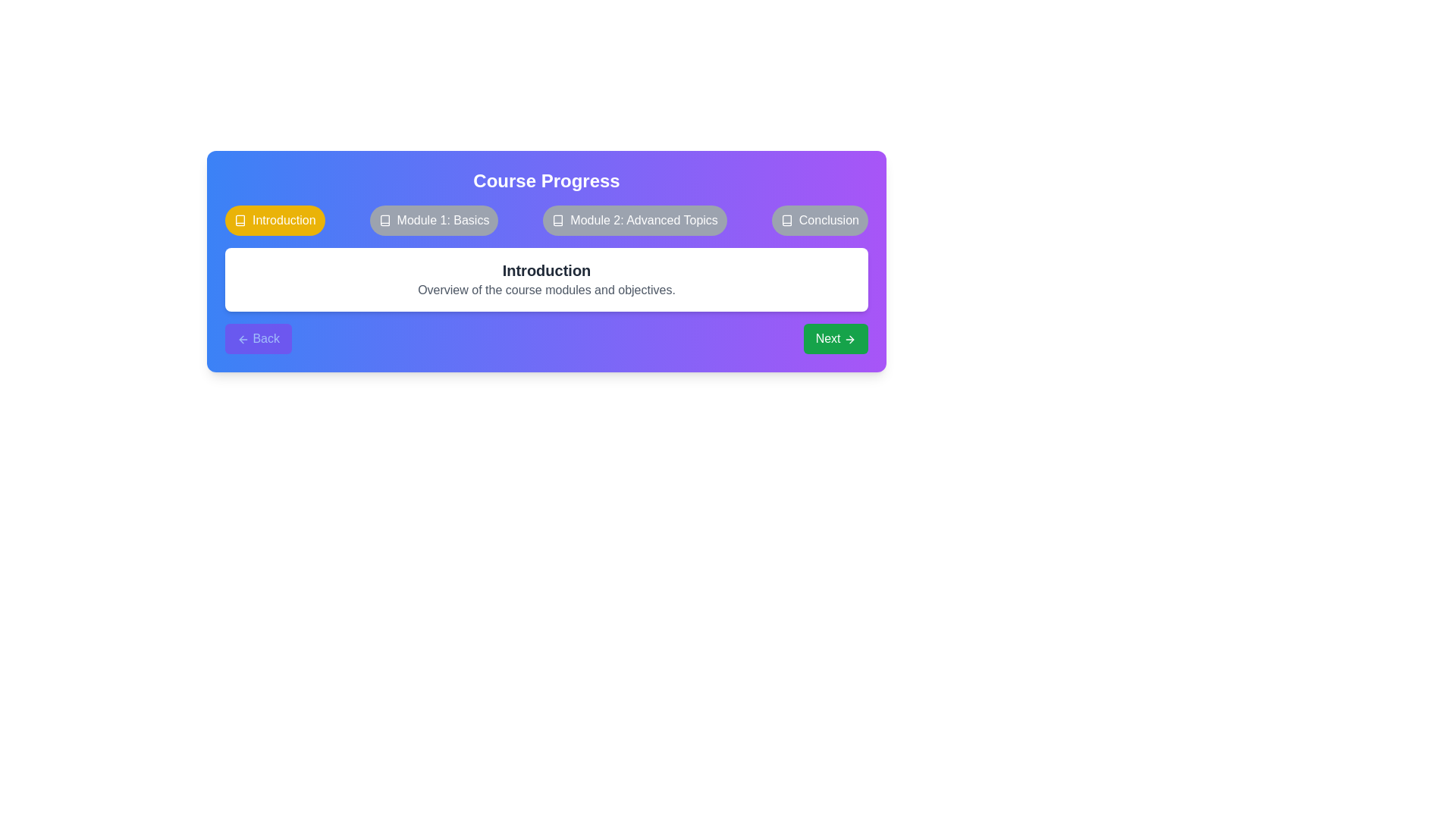 This screenshot has width=1456, height=819. Describe the element at coordinates (433, 220) in the screenshot. I see `the course step Module 1: Basics by clicking on its associated button` at that location.